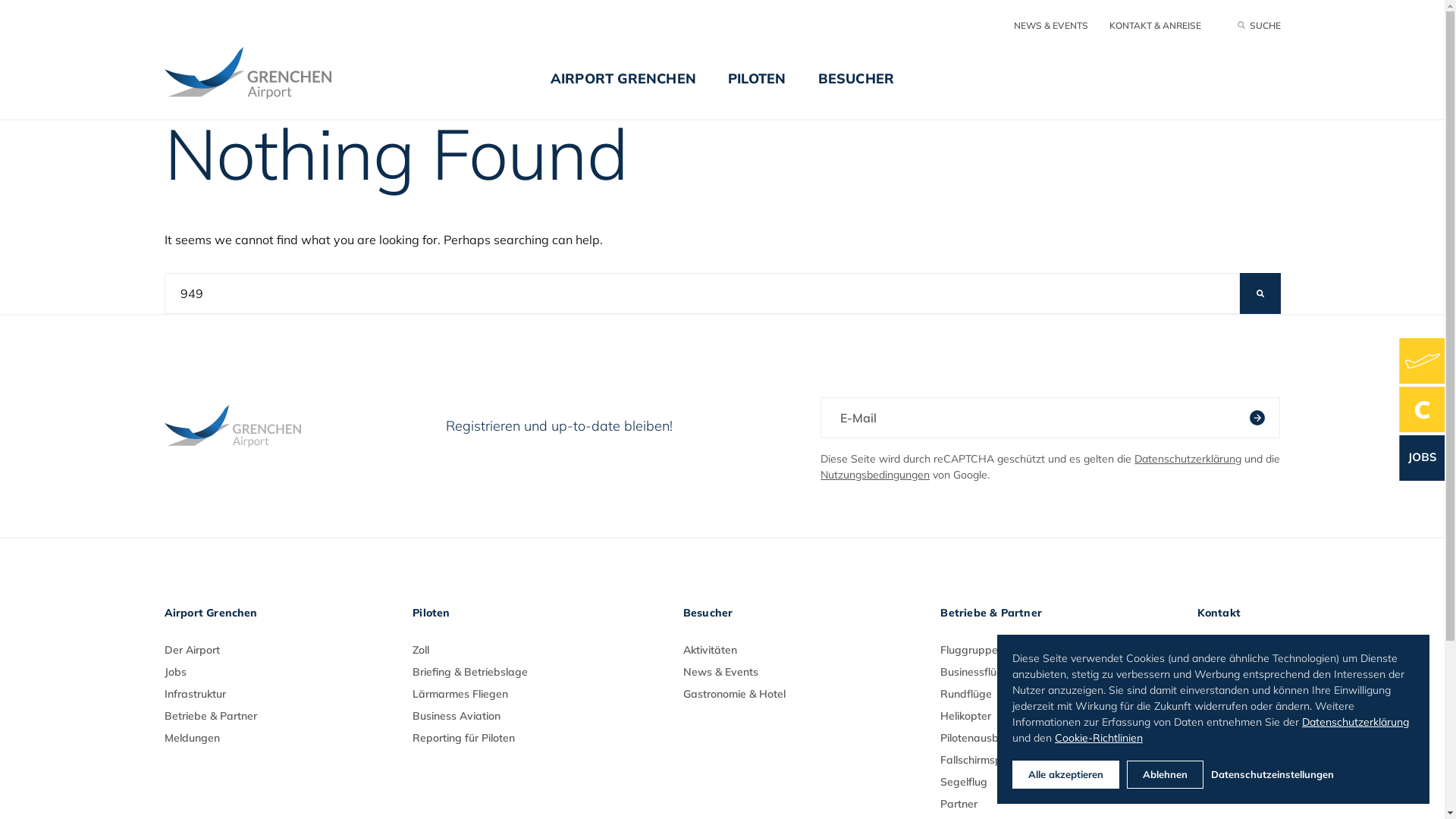  Describe the element at coordinates (190, 648) in the screenshot. I see `'Der Airport'` at that location.